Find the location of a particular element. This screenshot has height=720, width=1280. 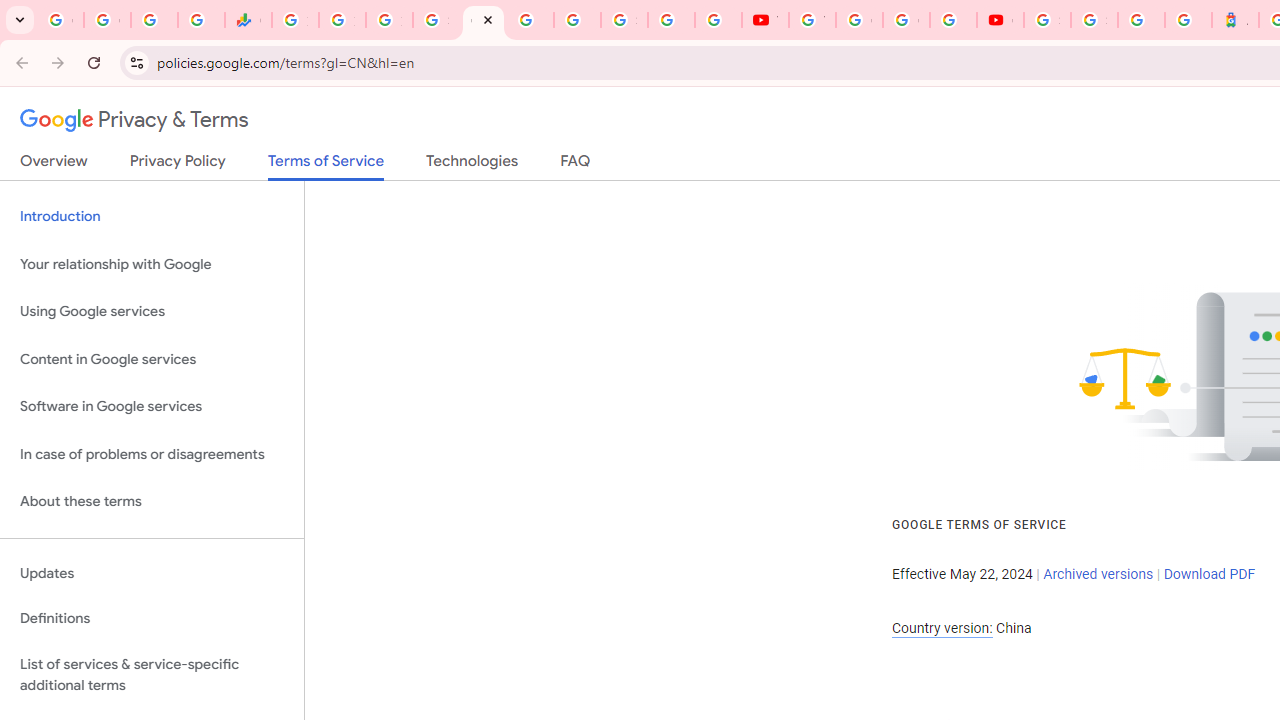

'List of services & service-specific additional terms' is located at coordinates (151, 675).